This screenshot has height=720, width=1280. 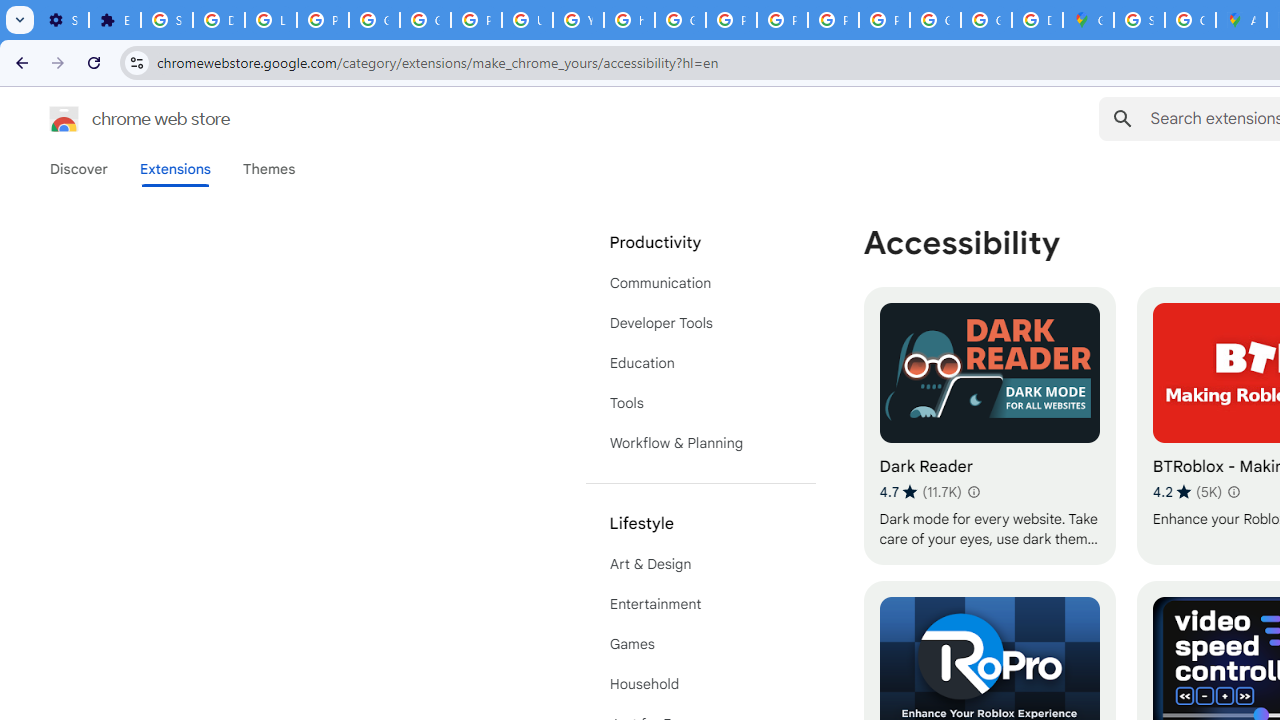 I want to click on 'Create your Google Account', so click(x=1190, y=20).